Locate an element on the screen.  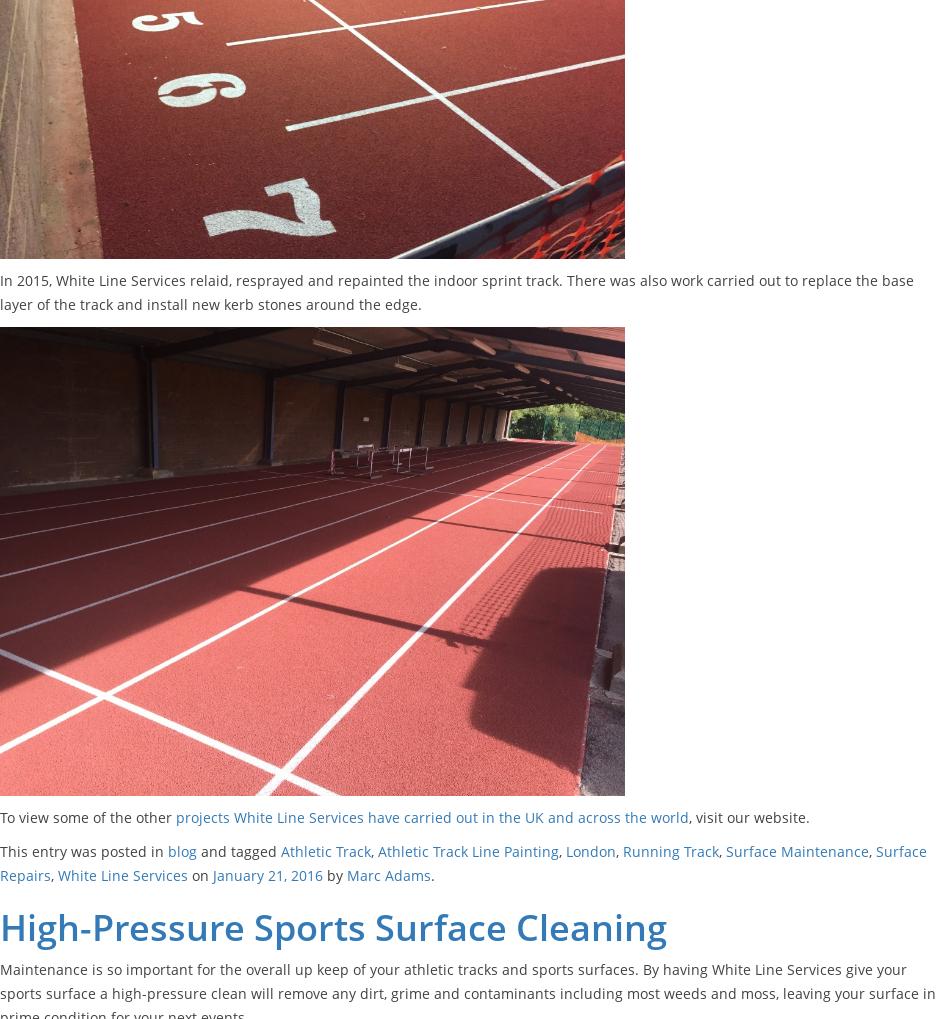
'by' is located at coordinates (322, 874).